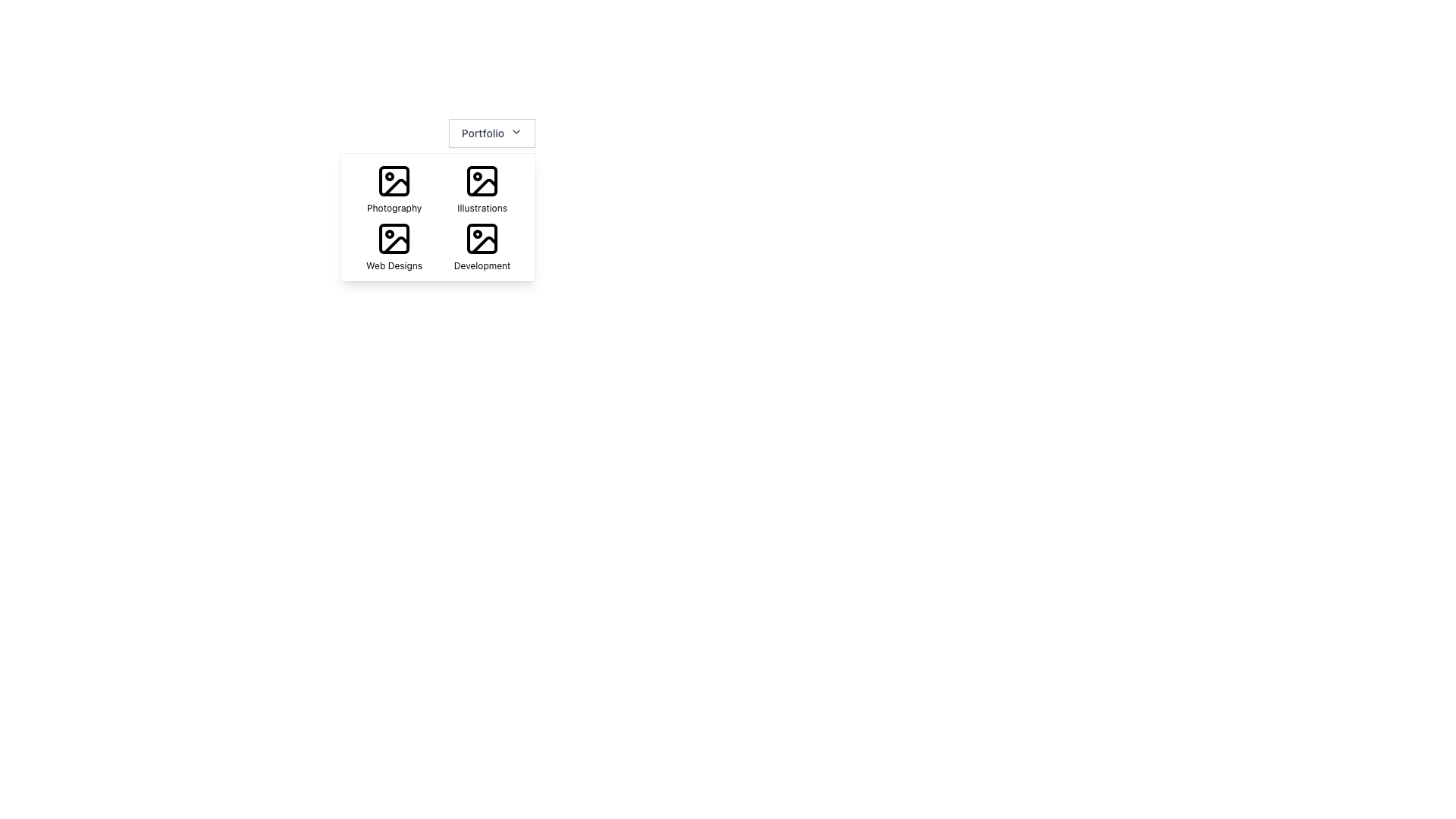 The image size is (1456, 819). I want to click on the 'Web Designs' icon located at the bottom left of the grid in the drop-down menu, so click(394, 239).